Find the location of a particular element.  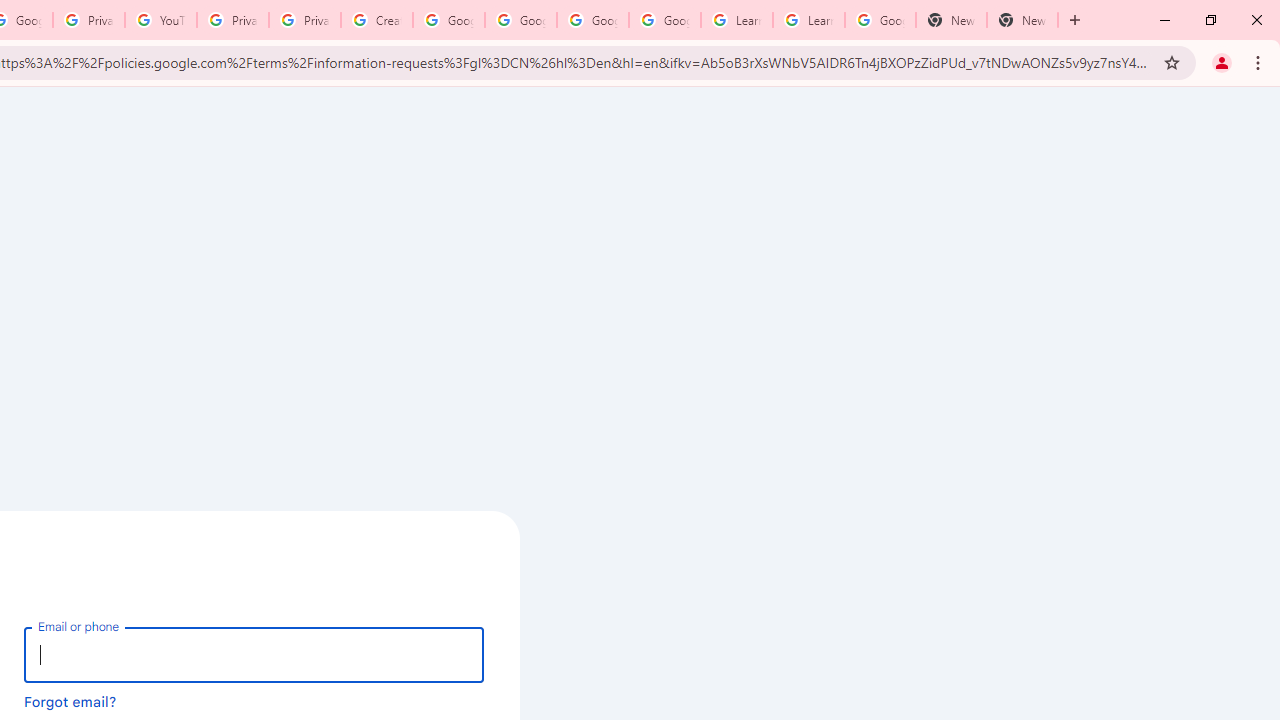

'YouTube' is located at coordinates (161, 20).